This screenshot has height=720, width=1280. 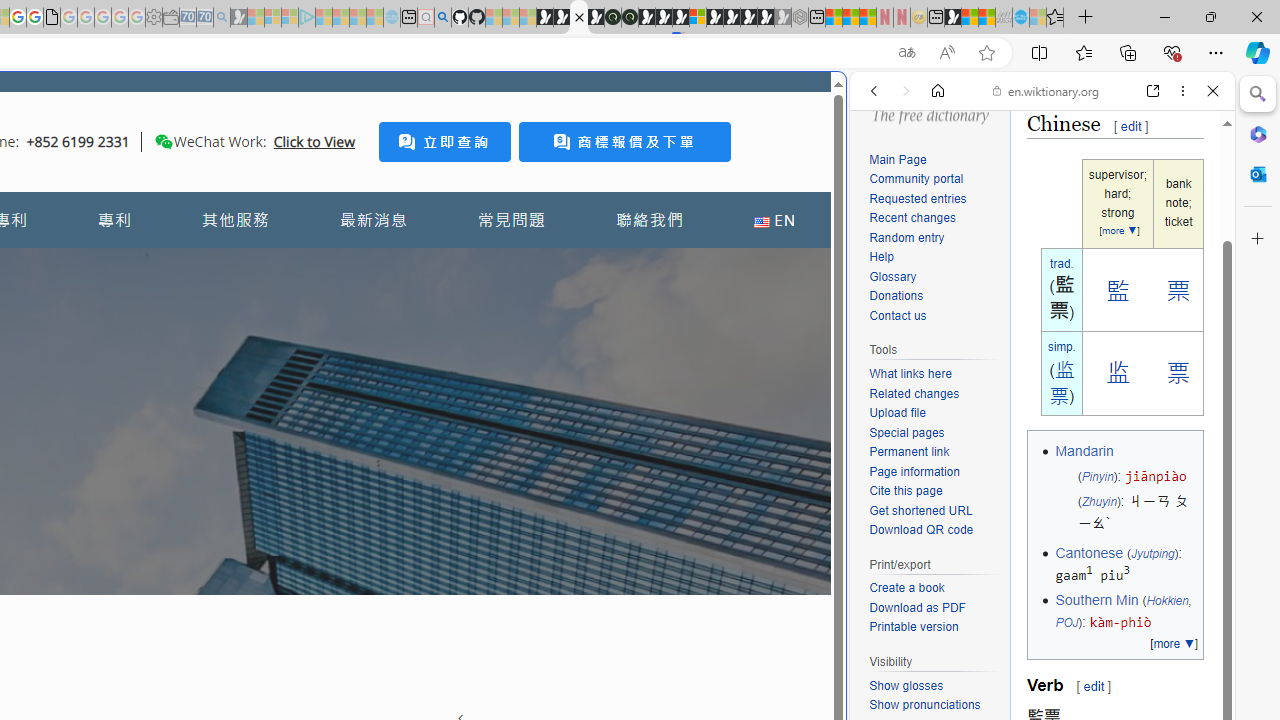 I want to click on 'google_privacy_policy_zh-CN.pdf', so click(x=51, y=17).